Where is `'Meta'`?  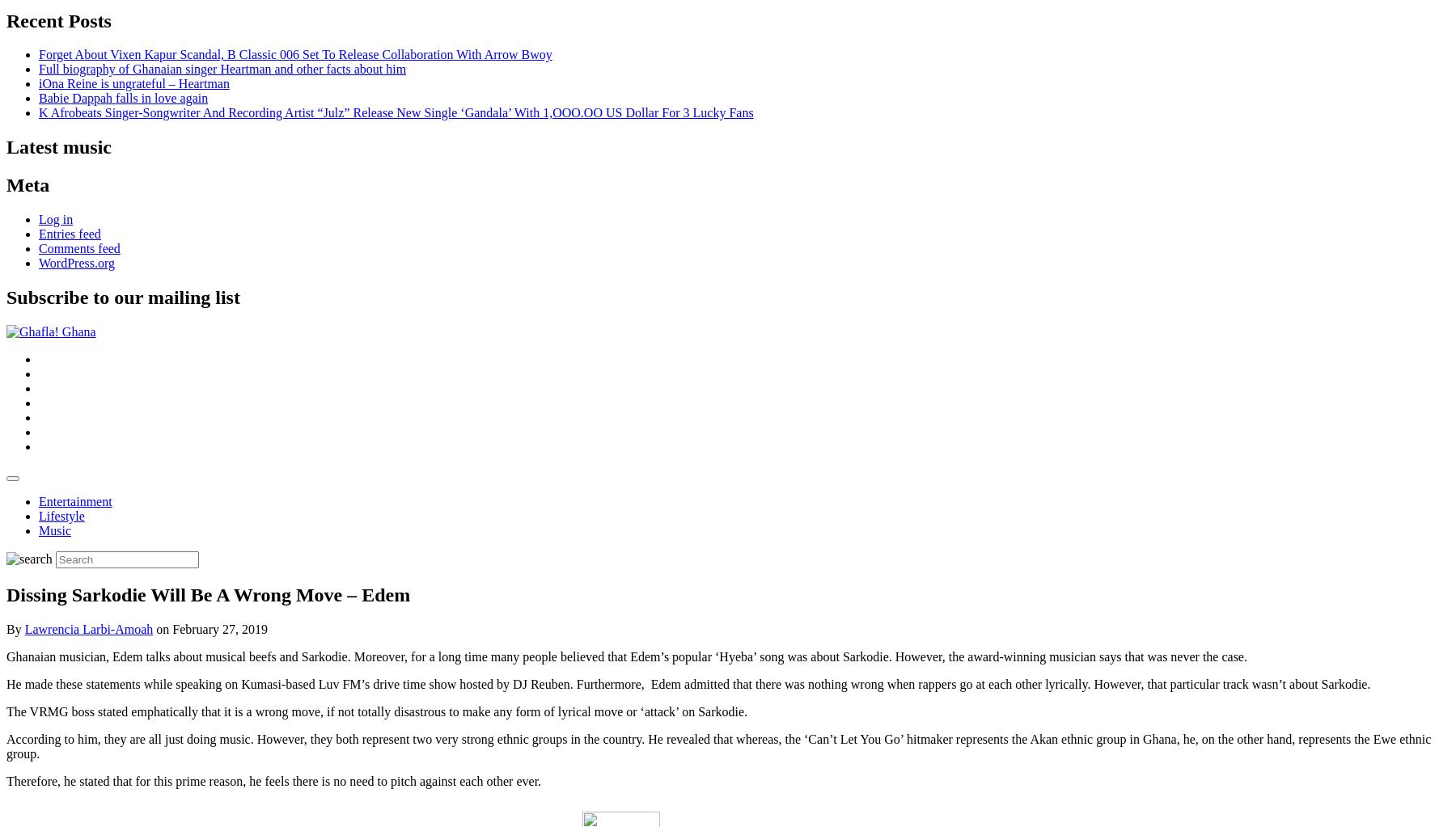
'Meta' is located at coordinates (5, 184).